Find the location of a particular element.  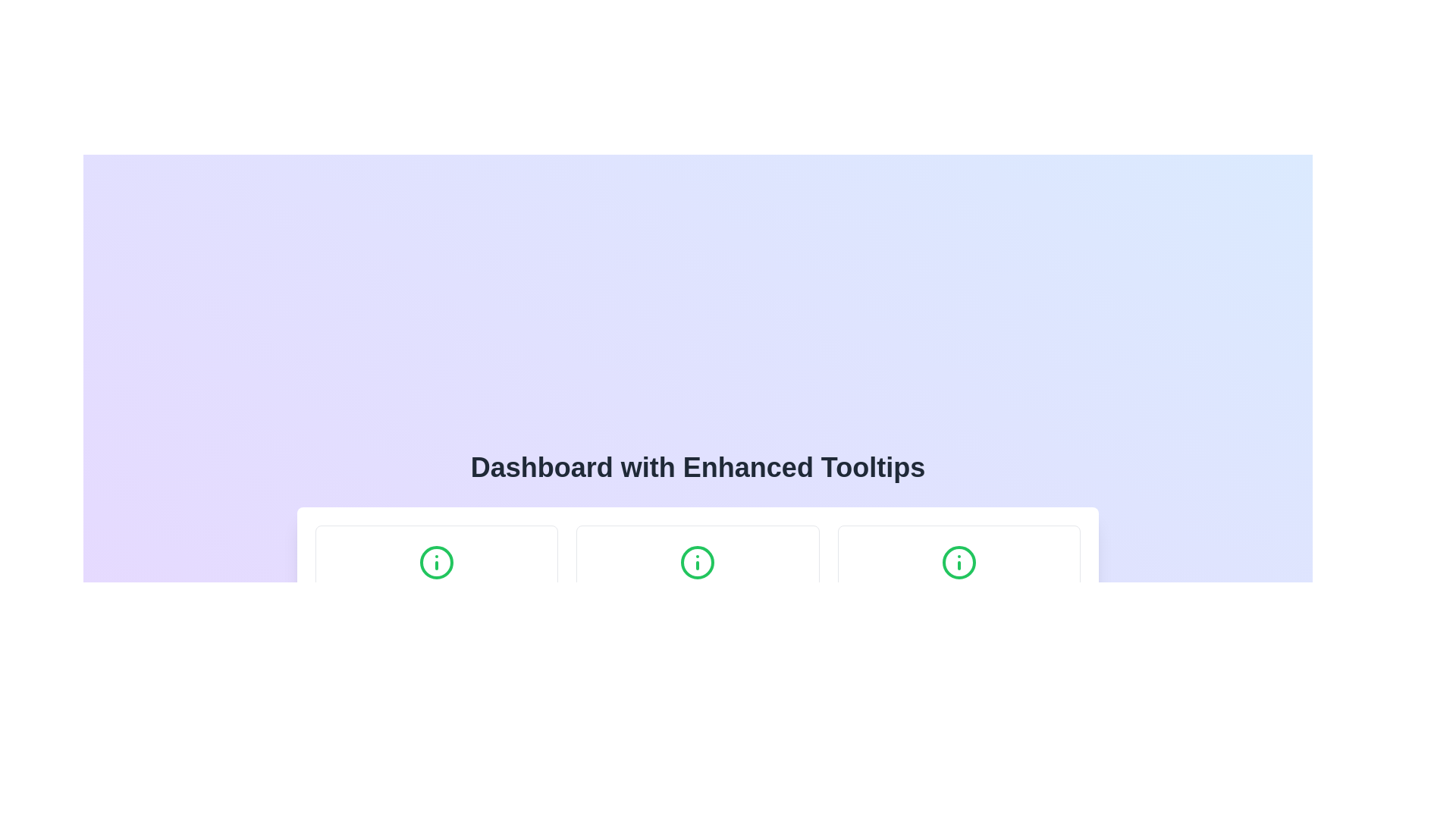

the Tooltip that provides additional context about the 'Profile Settings' functionality, located below the 'Profile Settings' title and description is located at coordinates (436, 698).